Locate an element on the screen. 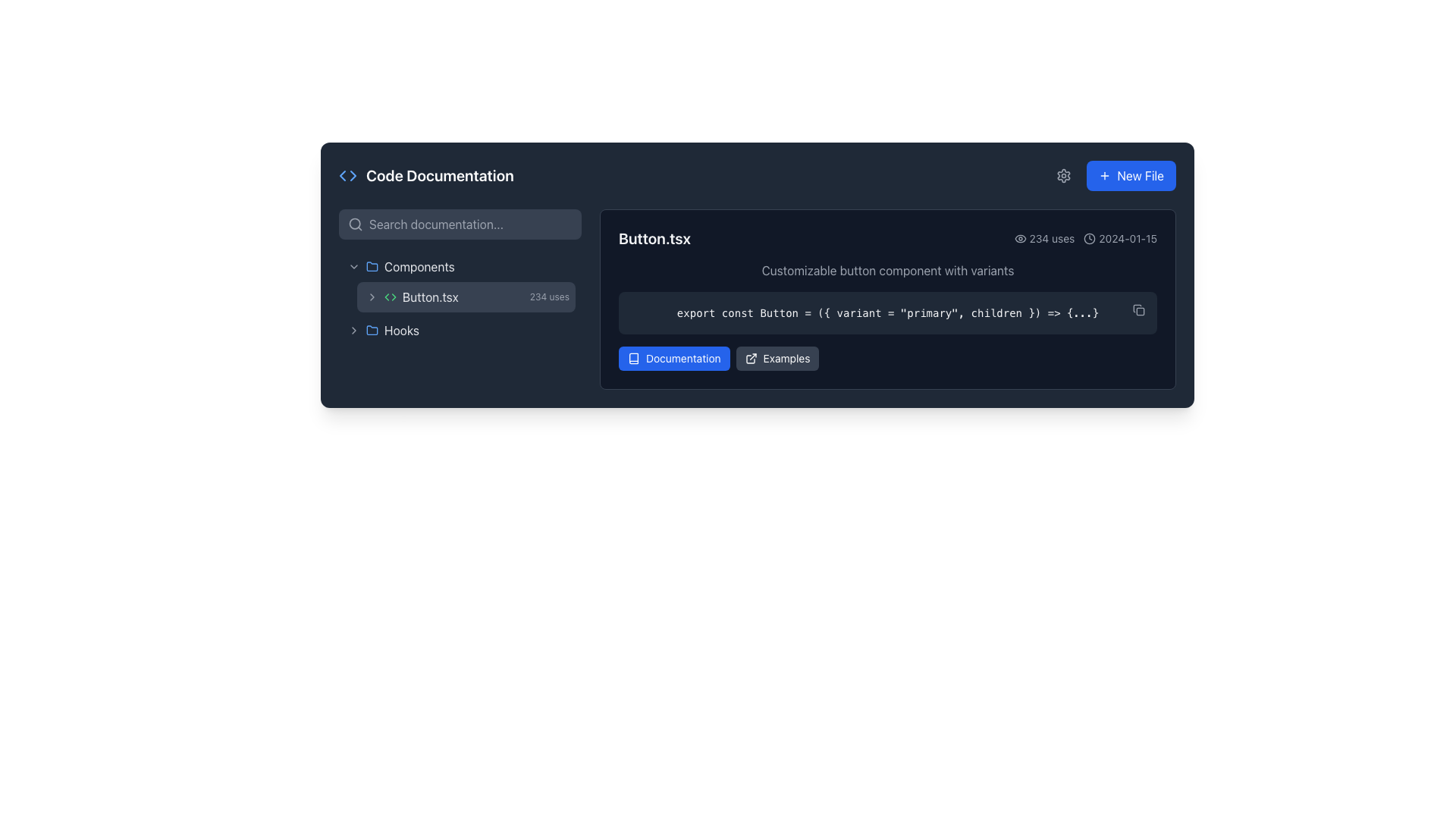 This screenshot has width=1456, height=819. the eye icon located in the upper right vicinity of the panel titled 'Button.tsx' is located at coordinates (1020, 239).